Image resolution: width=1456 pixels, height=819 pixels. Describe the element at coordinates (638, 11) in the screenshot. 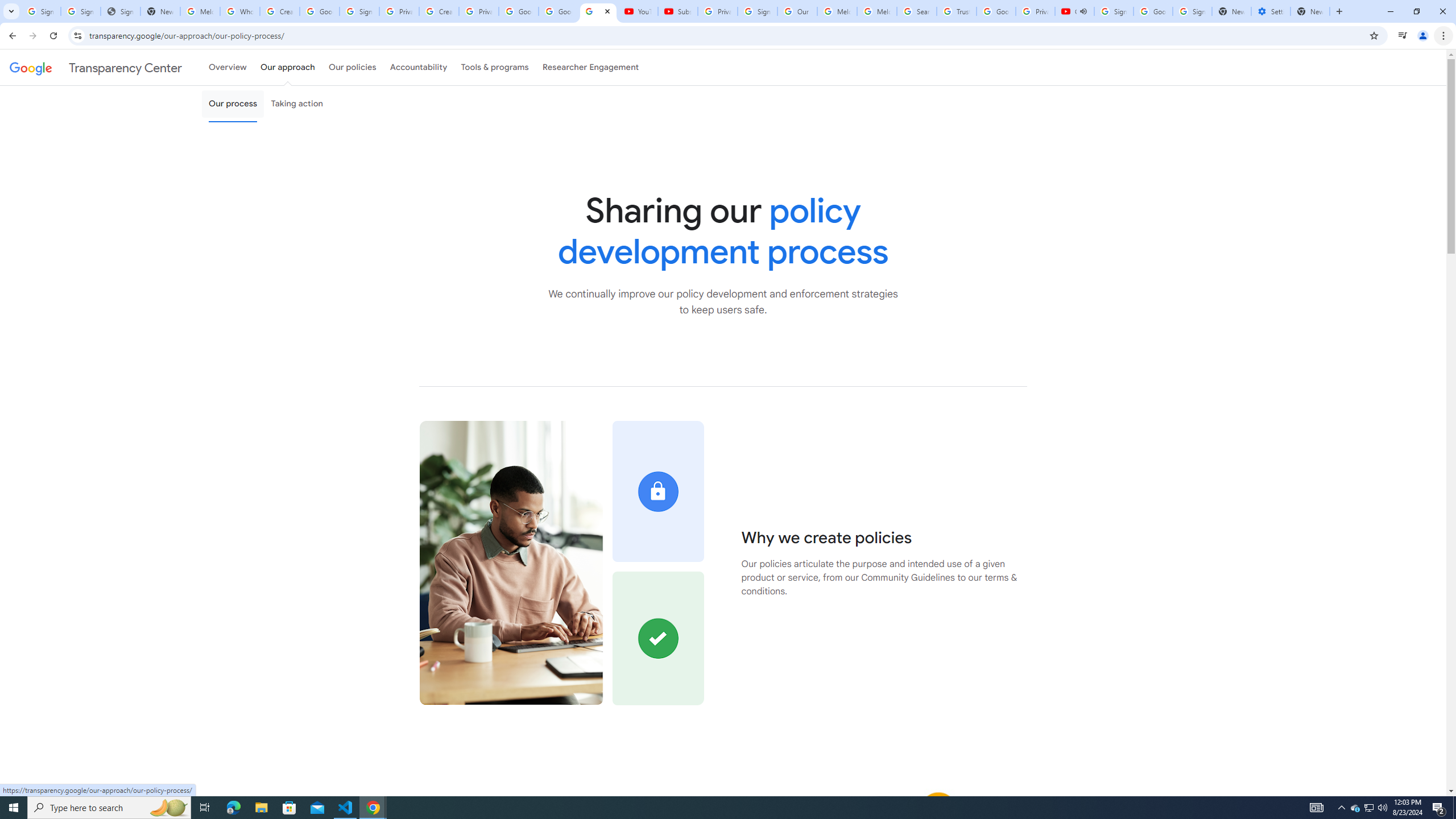

I see `'YouTube'` at that location.